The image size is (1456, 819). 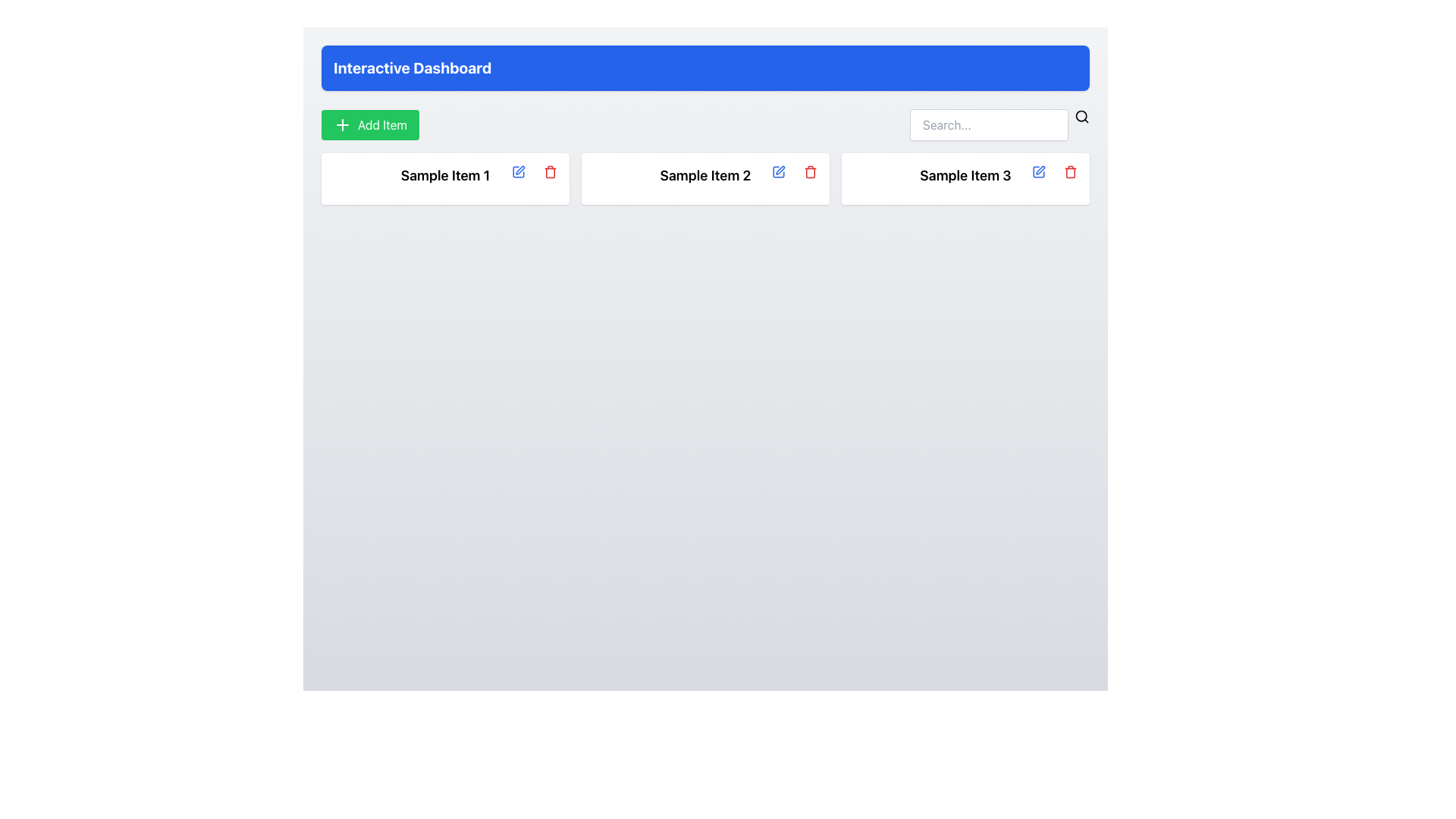 I want to click on the trash can icon button located to the immediate right of the pencil icon in the controls for 'Sample Item 3', so click(x=1069, y=171).